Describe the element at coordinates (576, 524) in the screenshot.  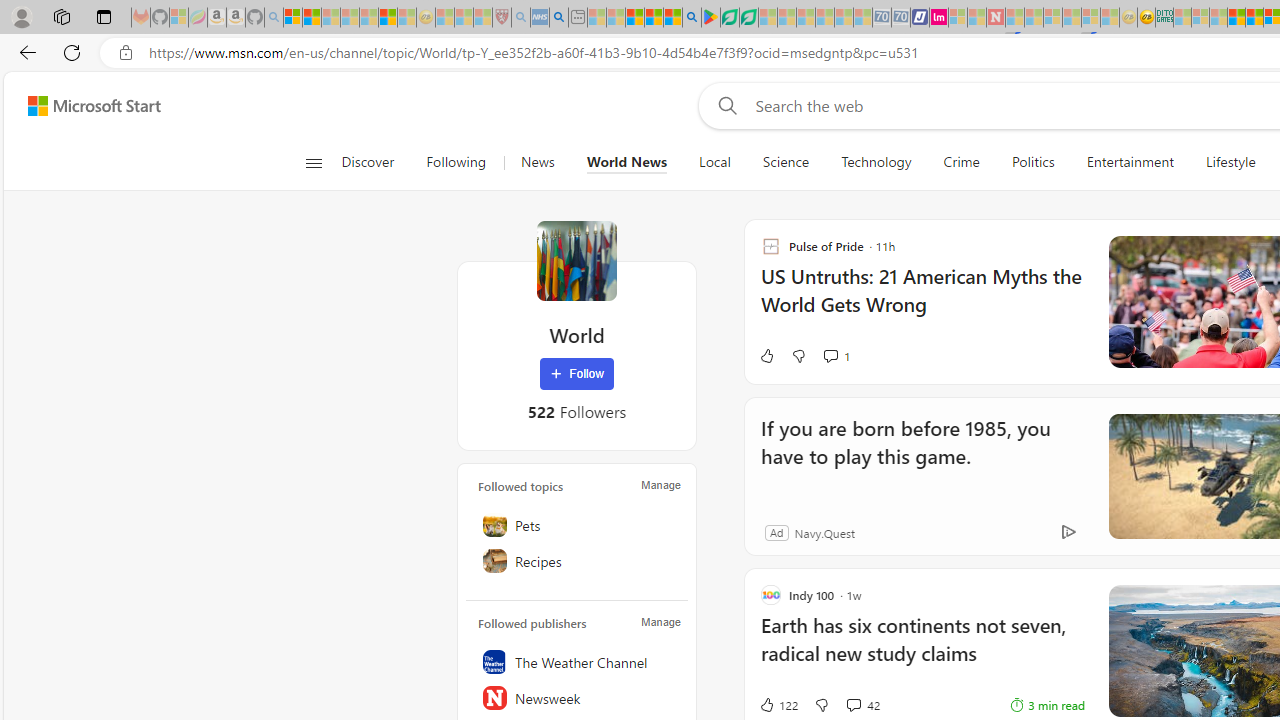
I see `'Pets'` at that location.